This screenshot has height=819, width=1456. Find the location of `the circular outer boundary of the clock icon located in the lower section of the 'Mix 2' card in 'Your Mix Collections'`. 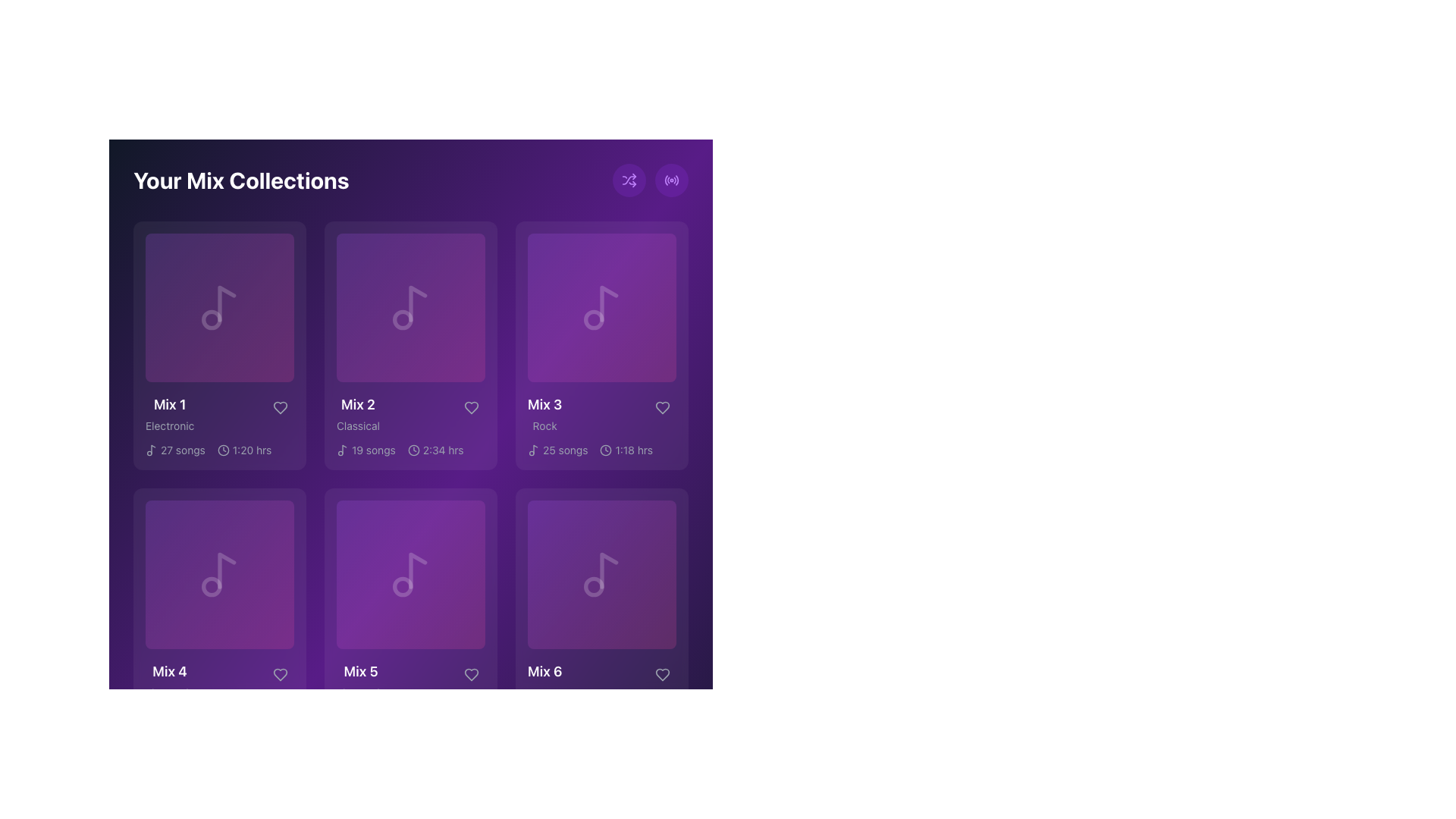

the circular outer boundary of the clock icon located in the lower section of the 'Mix 2' card in 'Your Mix Collections' is located at coordinates (413, 450).